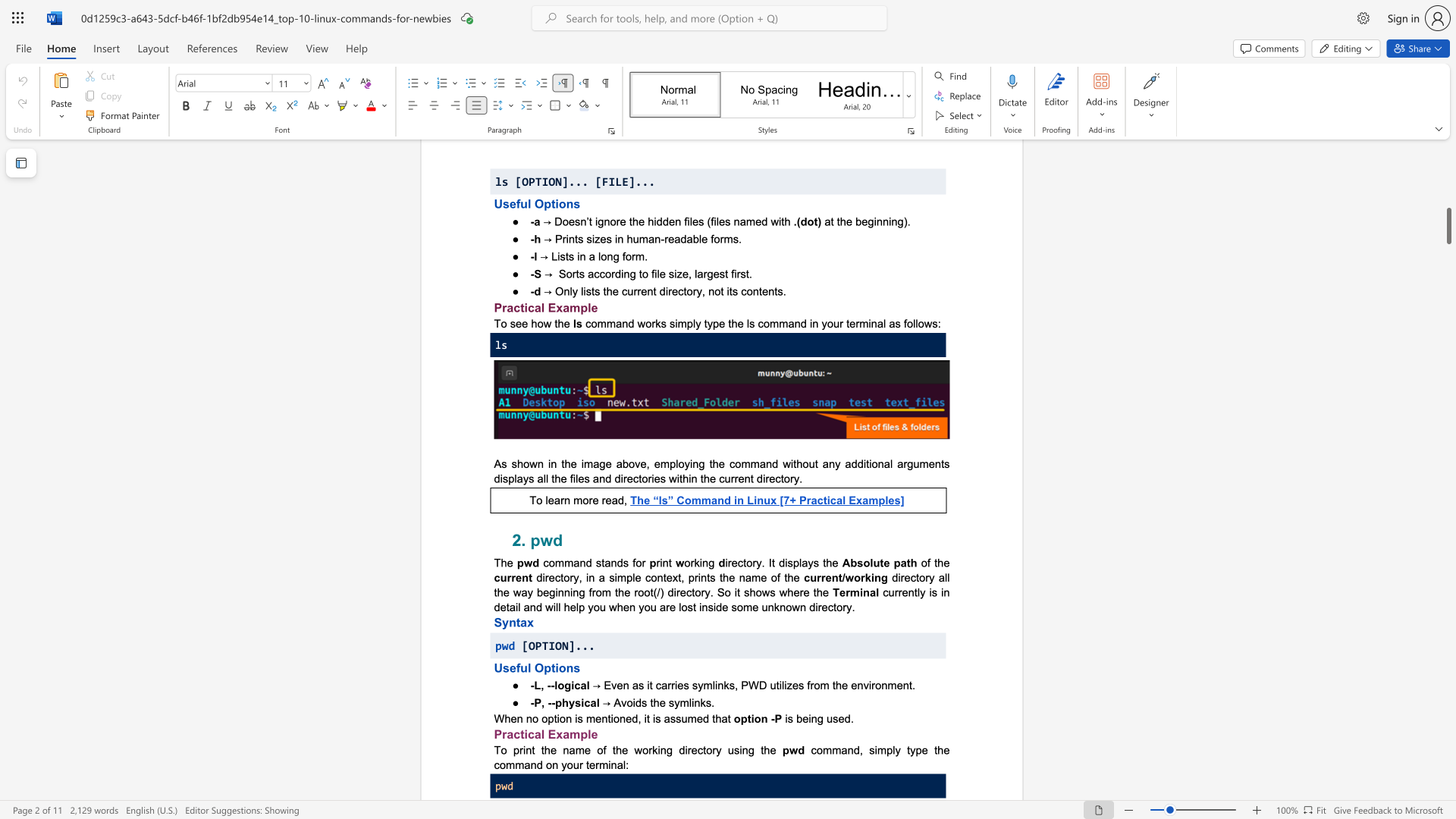 This screenshot has height=819, width=1456. Describe the element at coordinates (1448, 180) in the screenshot. I see `the right-hand scrollbar to ascend the page` at that location.